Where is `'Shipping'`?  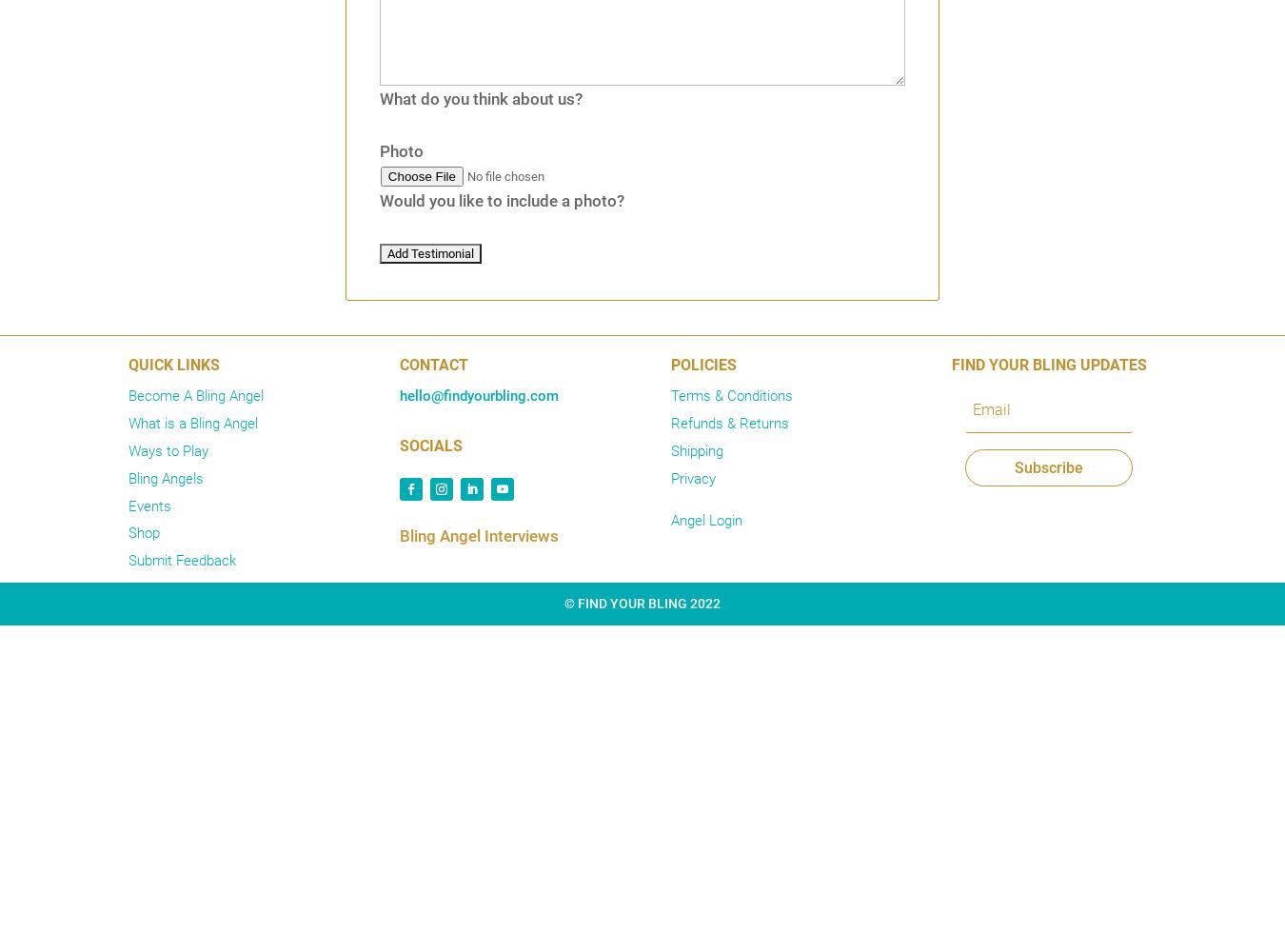
'Shipping' is located at coordinates (695, 449).